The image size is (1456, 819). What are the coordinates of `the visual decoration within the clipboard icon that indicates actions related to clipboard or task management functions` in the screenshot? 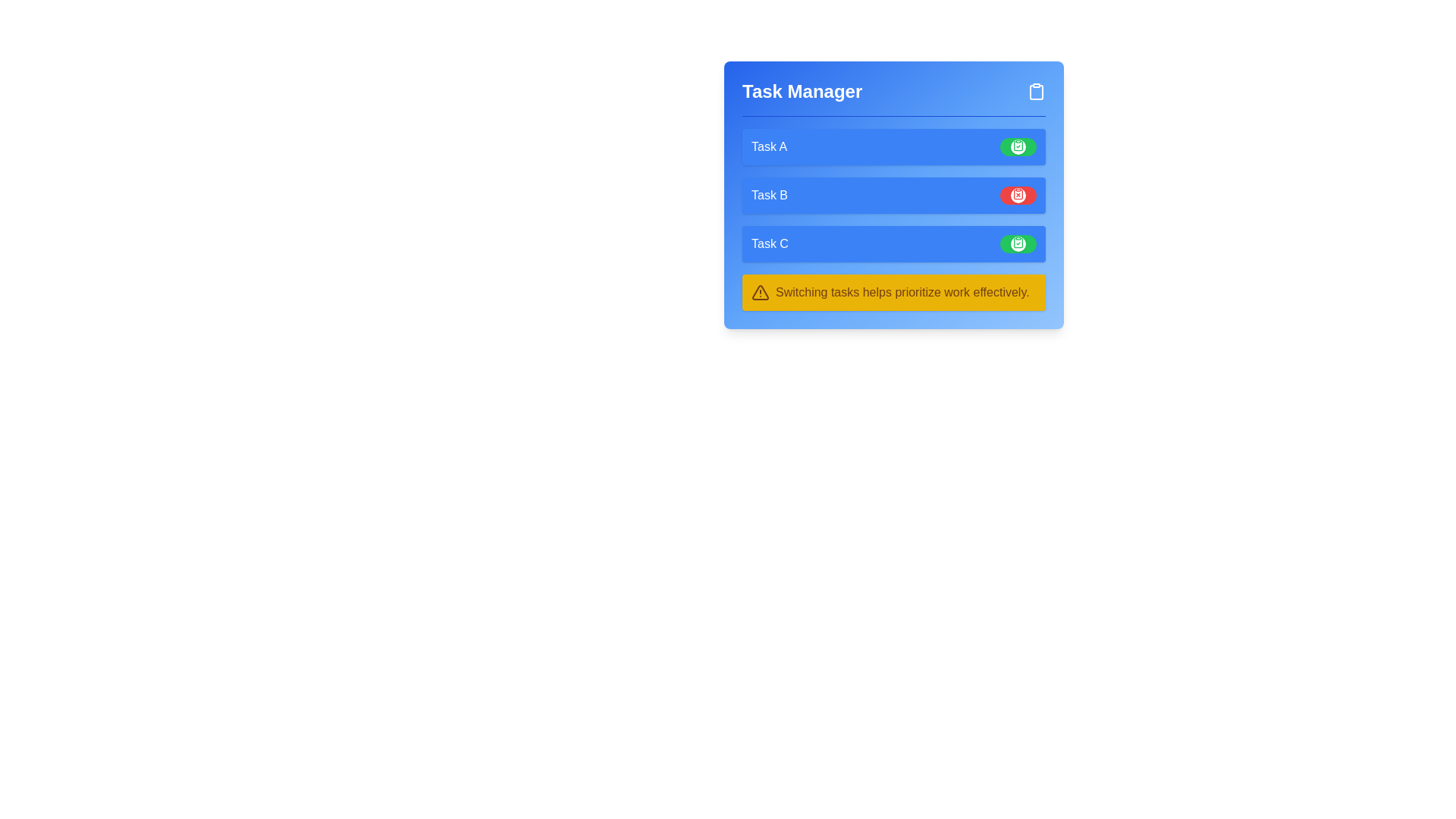 It's located at (1036, 93).